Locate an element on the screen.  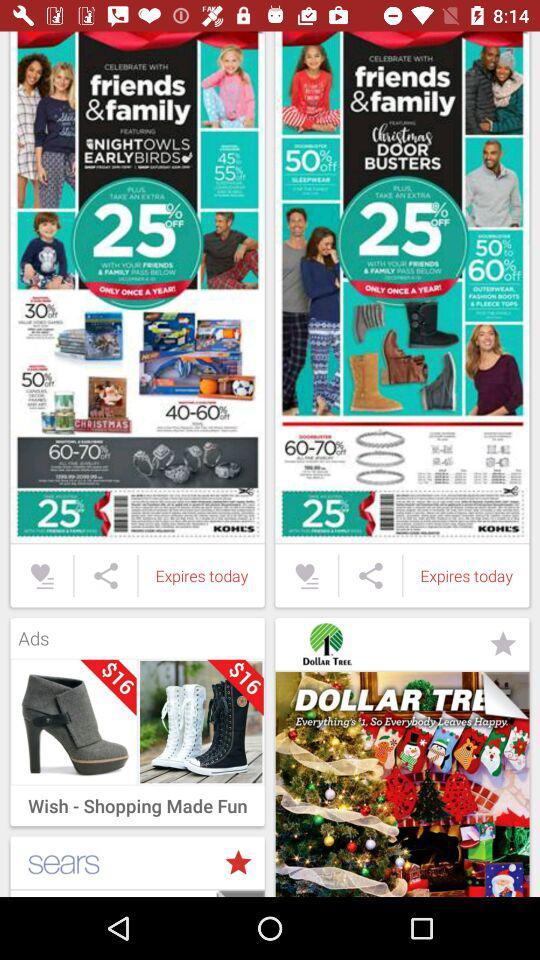
the ads is located at coordinates (136, 632).